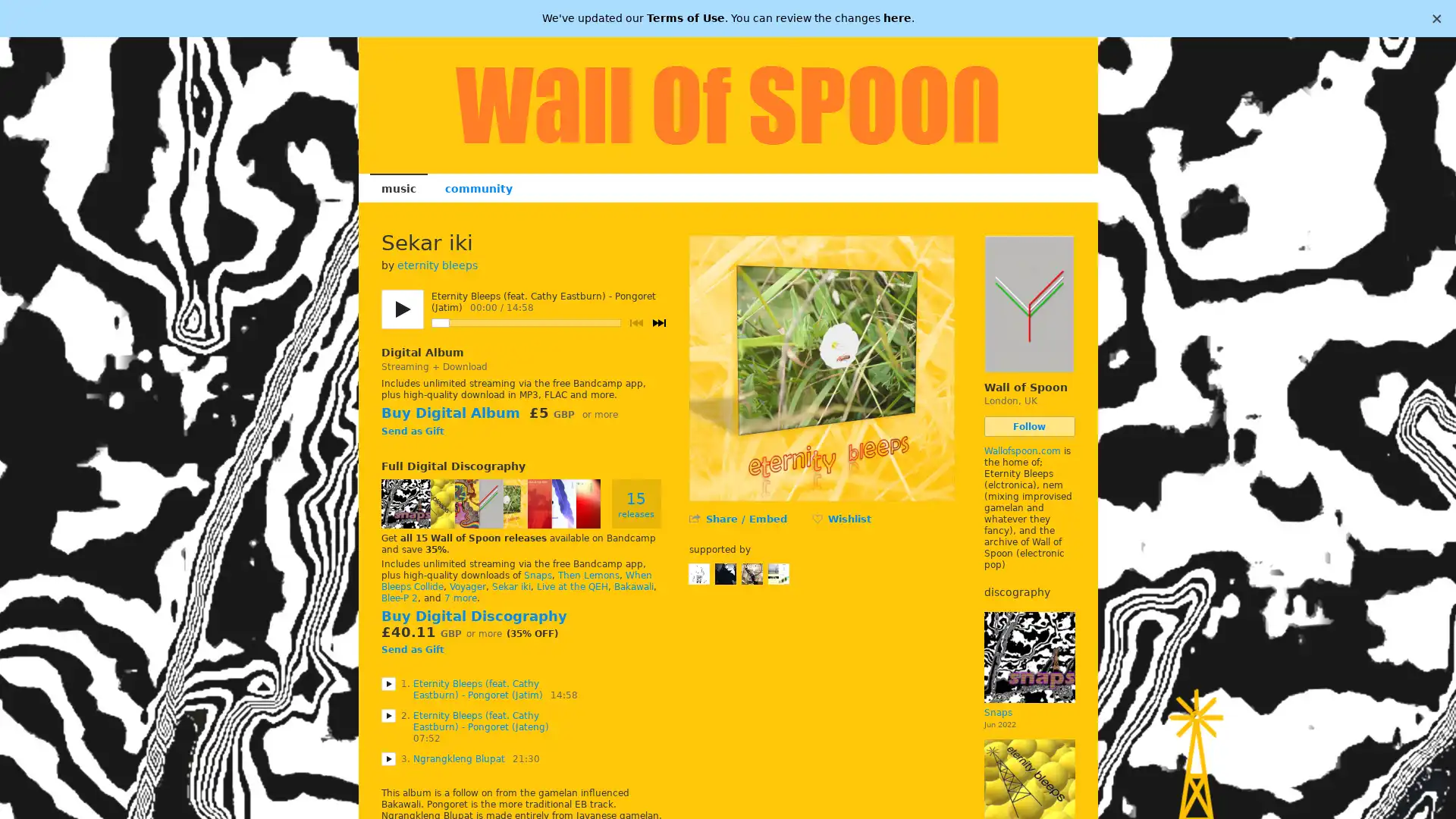  What do you see at coordinates (388, 758) in the screenshot?
I see `Play Ngrangkleng Blupat` at bounding box center [388, 758].